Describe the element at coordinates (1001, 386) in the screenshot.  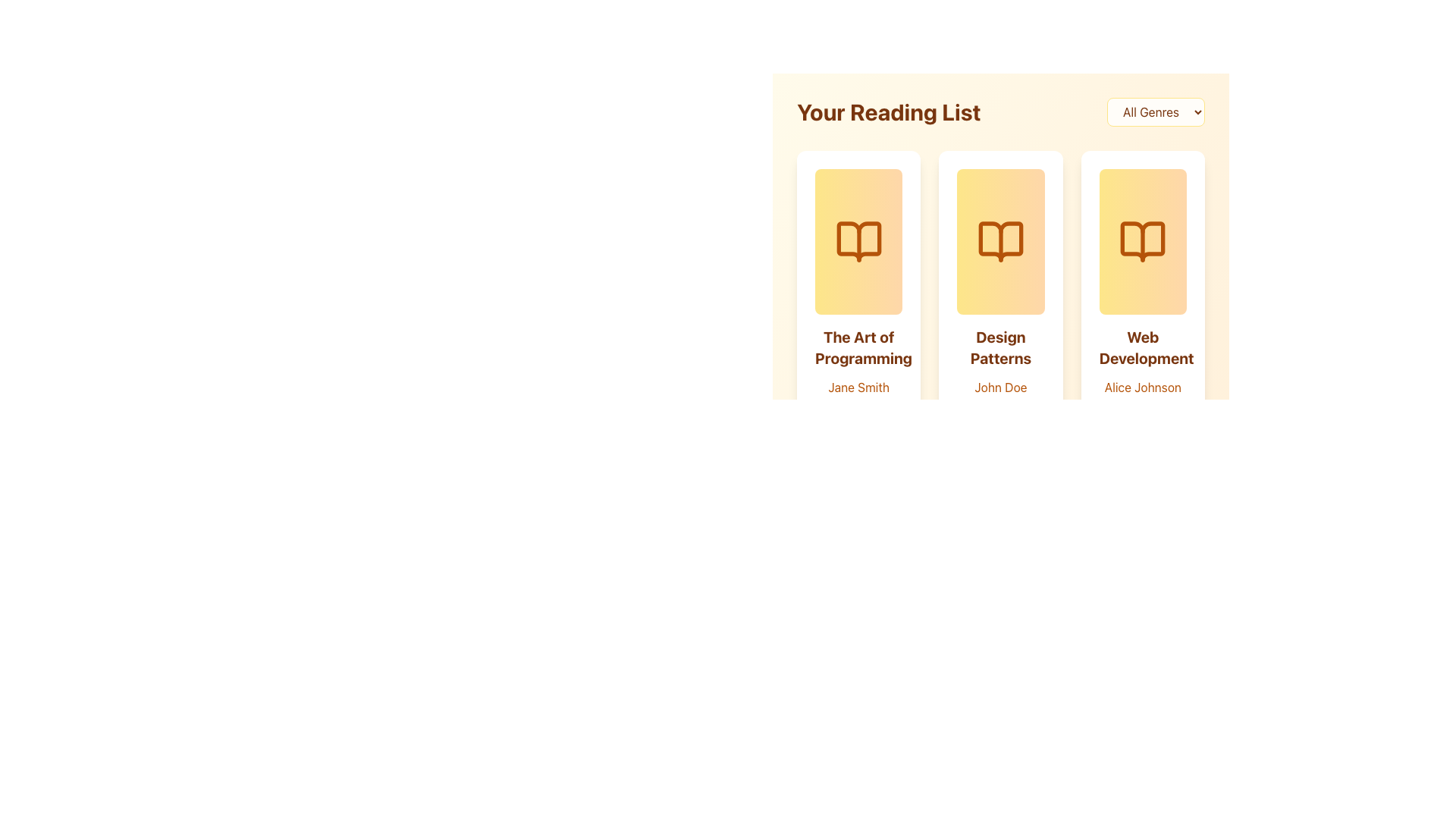
I see `the static text indicating the author of the book associated with the 'Design Patterns' card in the reading list, which is located below the title and above the duration and progress details` at that location.